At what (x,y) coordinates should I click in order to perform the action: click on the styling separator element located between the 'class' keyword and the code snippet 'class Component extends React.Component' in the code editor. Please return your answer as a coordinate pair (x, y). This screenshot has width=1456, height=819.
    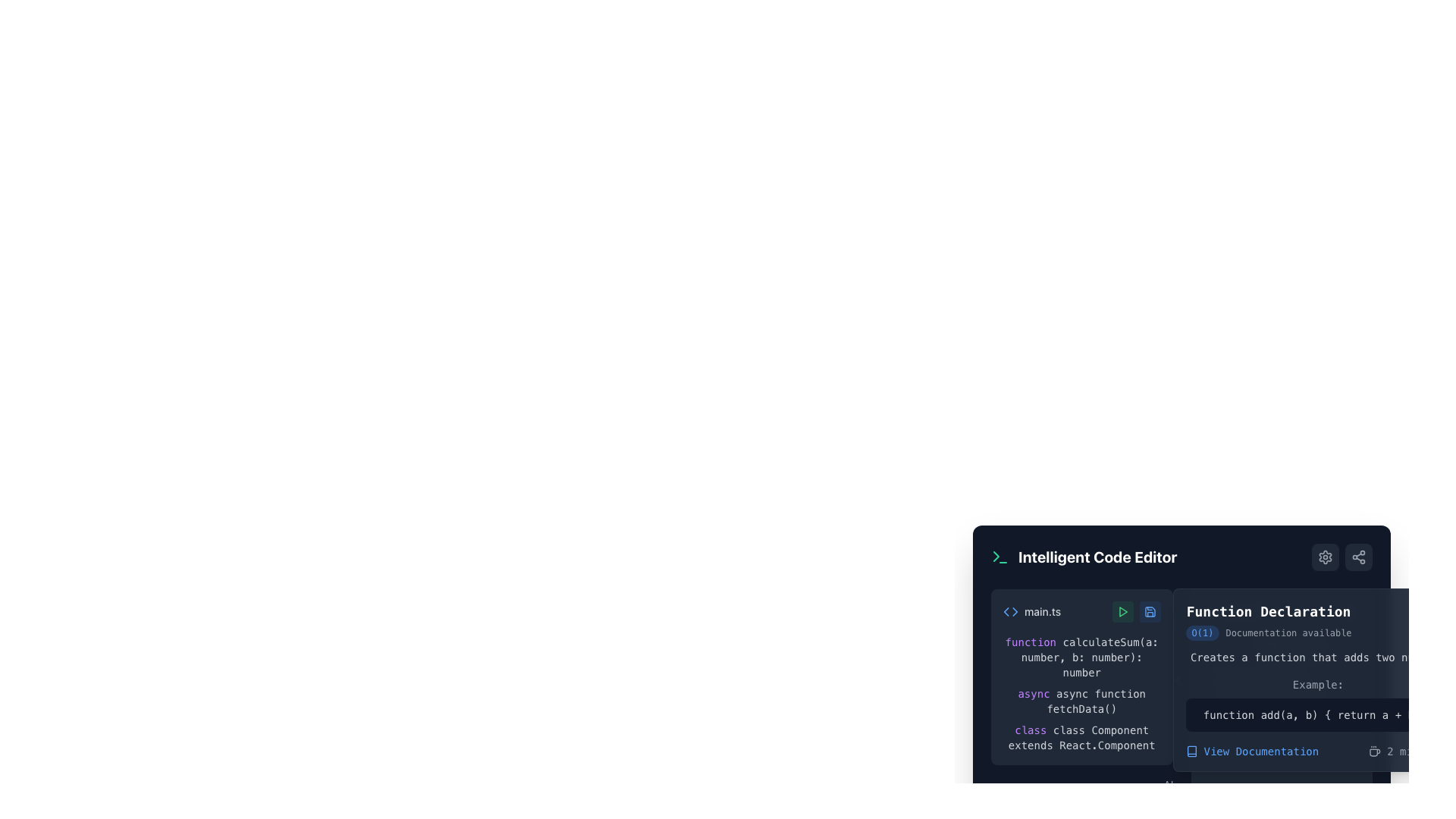
    Looking at the image, I should click on (1049, 730).